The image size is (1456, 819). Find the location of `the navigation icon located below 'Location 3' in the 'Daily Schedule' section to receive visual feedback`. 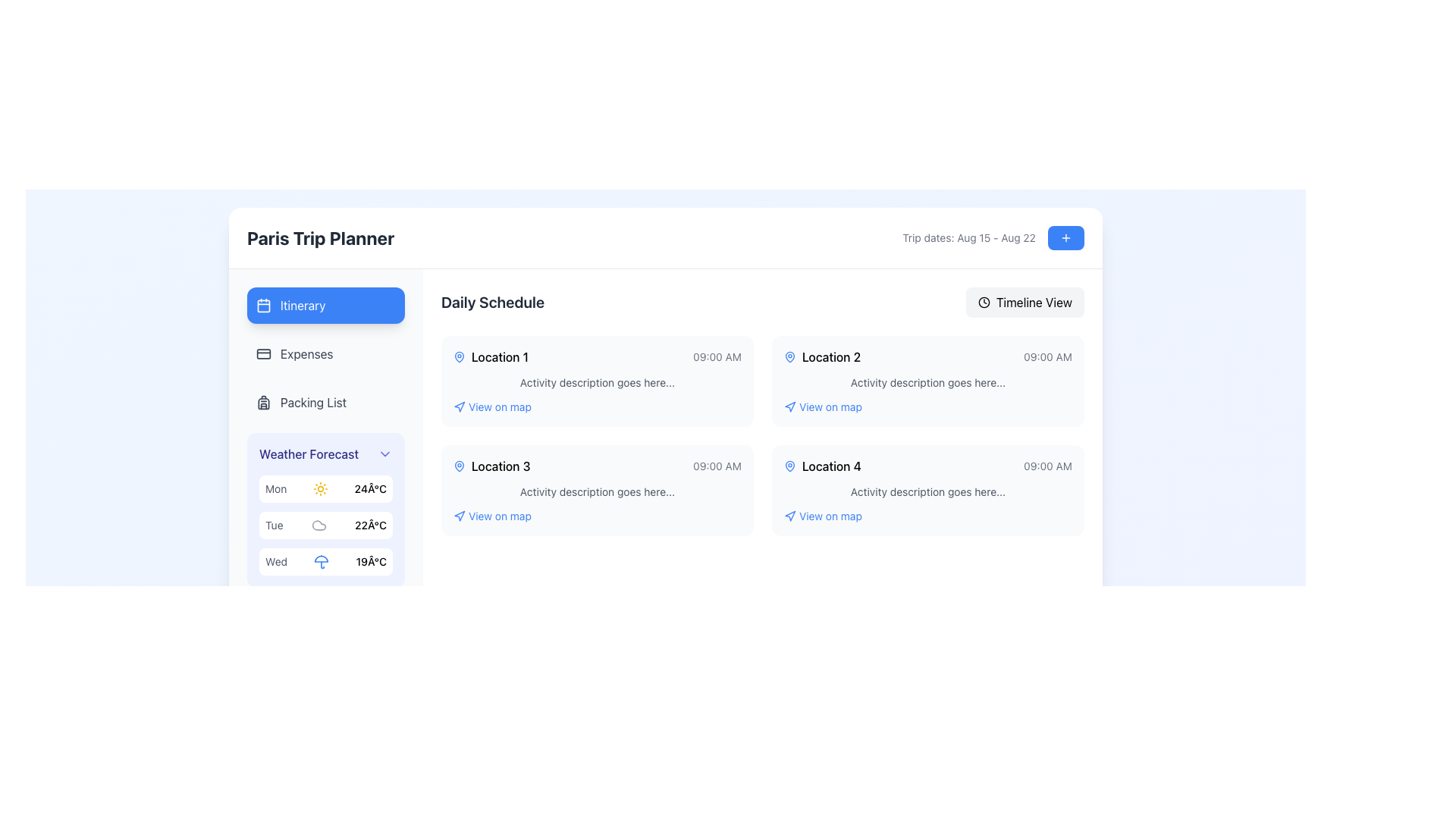

the navigation icon located below 'Location 3' in the 'Daily Schedule' section to receive visual feedback is located at coordinates (458, 516).